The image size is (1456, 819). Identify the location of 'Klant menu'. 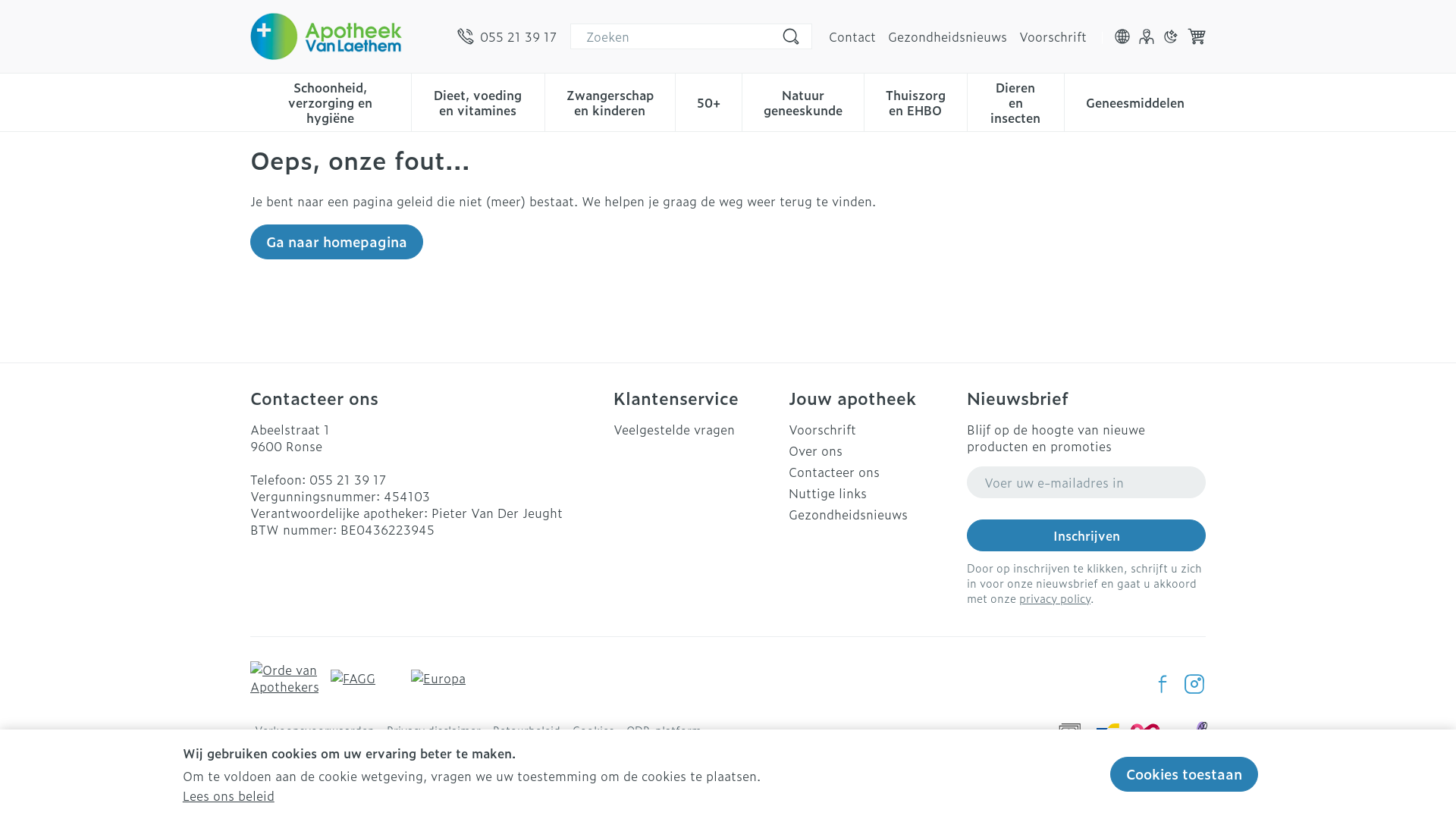
(1147, 35).